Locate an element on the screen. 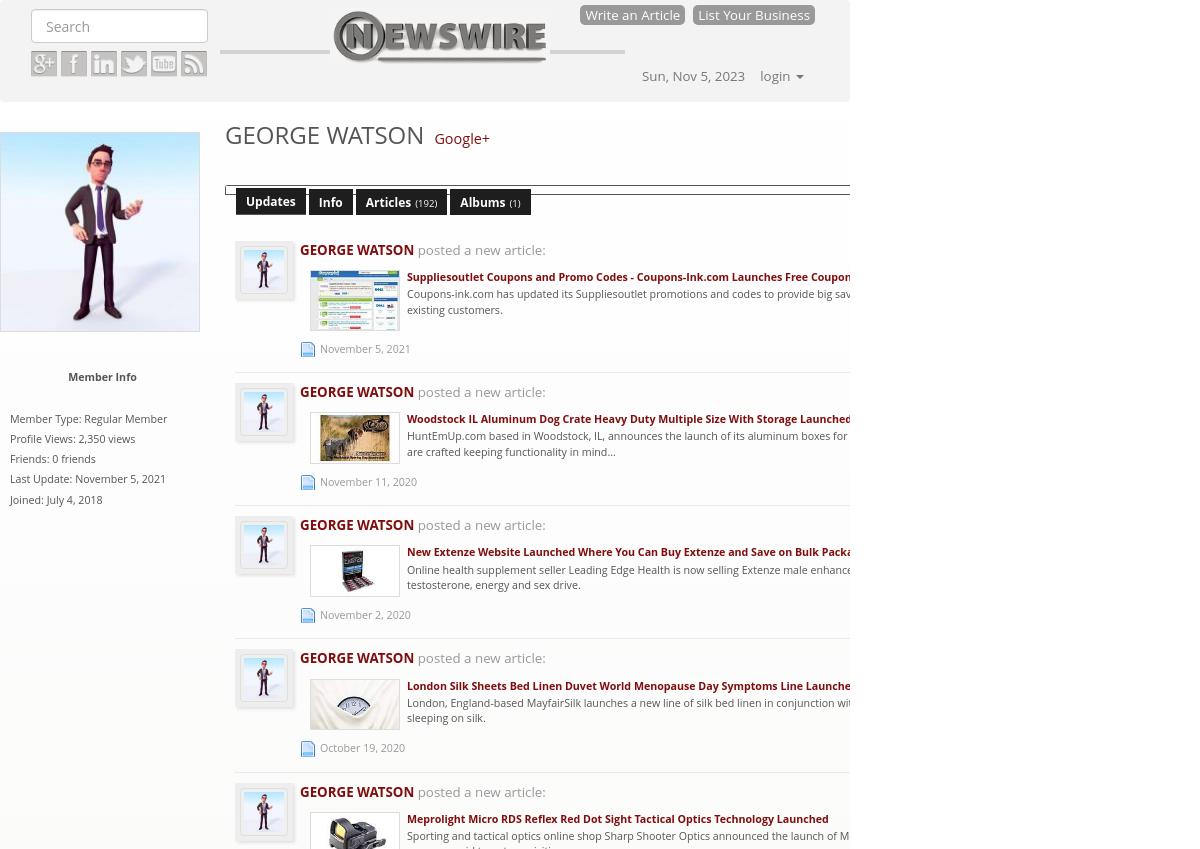 The height and width of the screenshot is (849, 1200). 'November 2, 2020' is located at coordinates (365, 612).